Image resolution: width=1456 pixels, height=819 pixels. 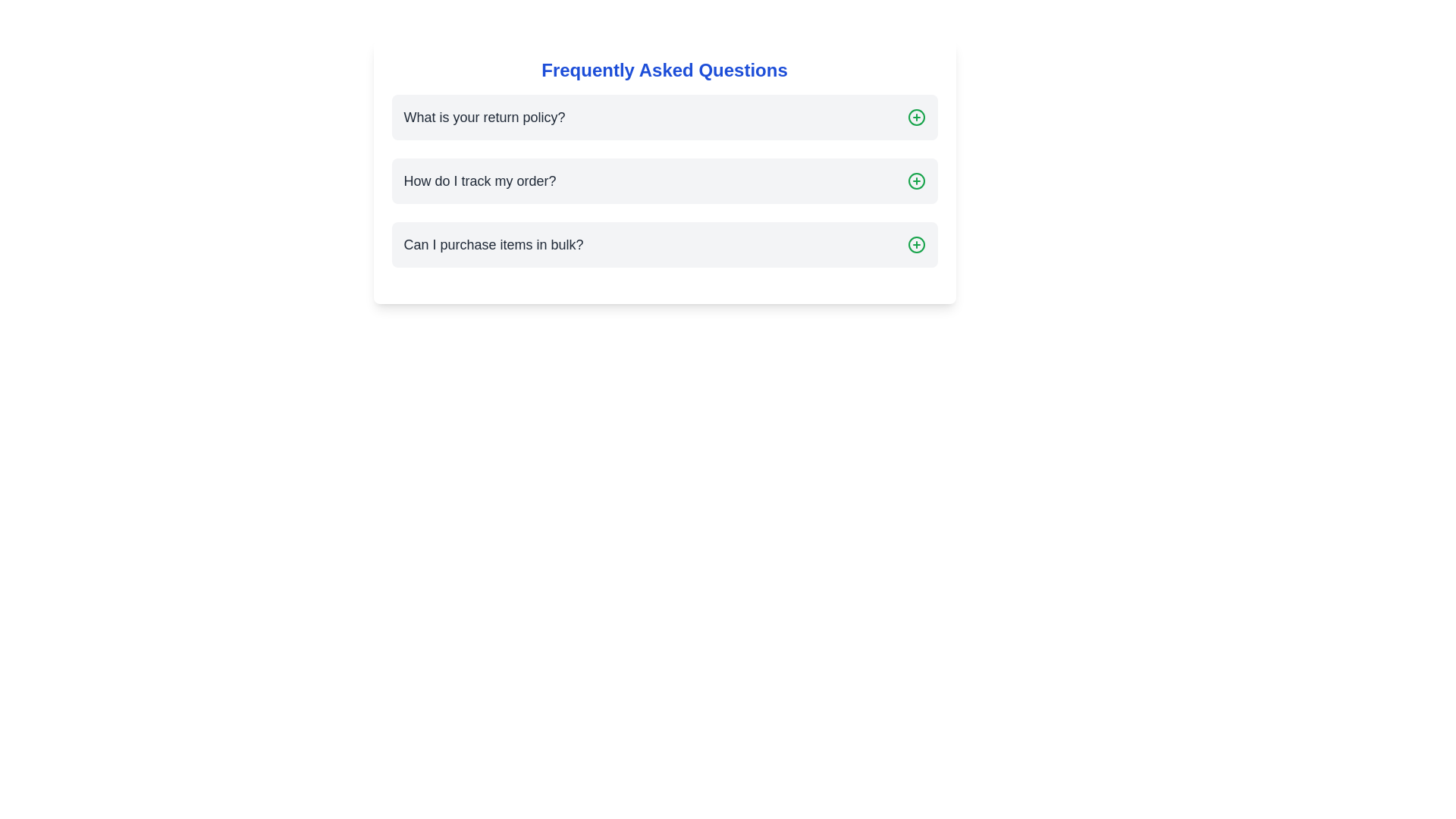 I want to click on the circular green-bordered button with a '+' sign located at the rightmost end of the third row in the FAQ section, so click(x=915, y=244).